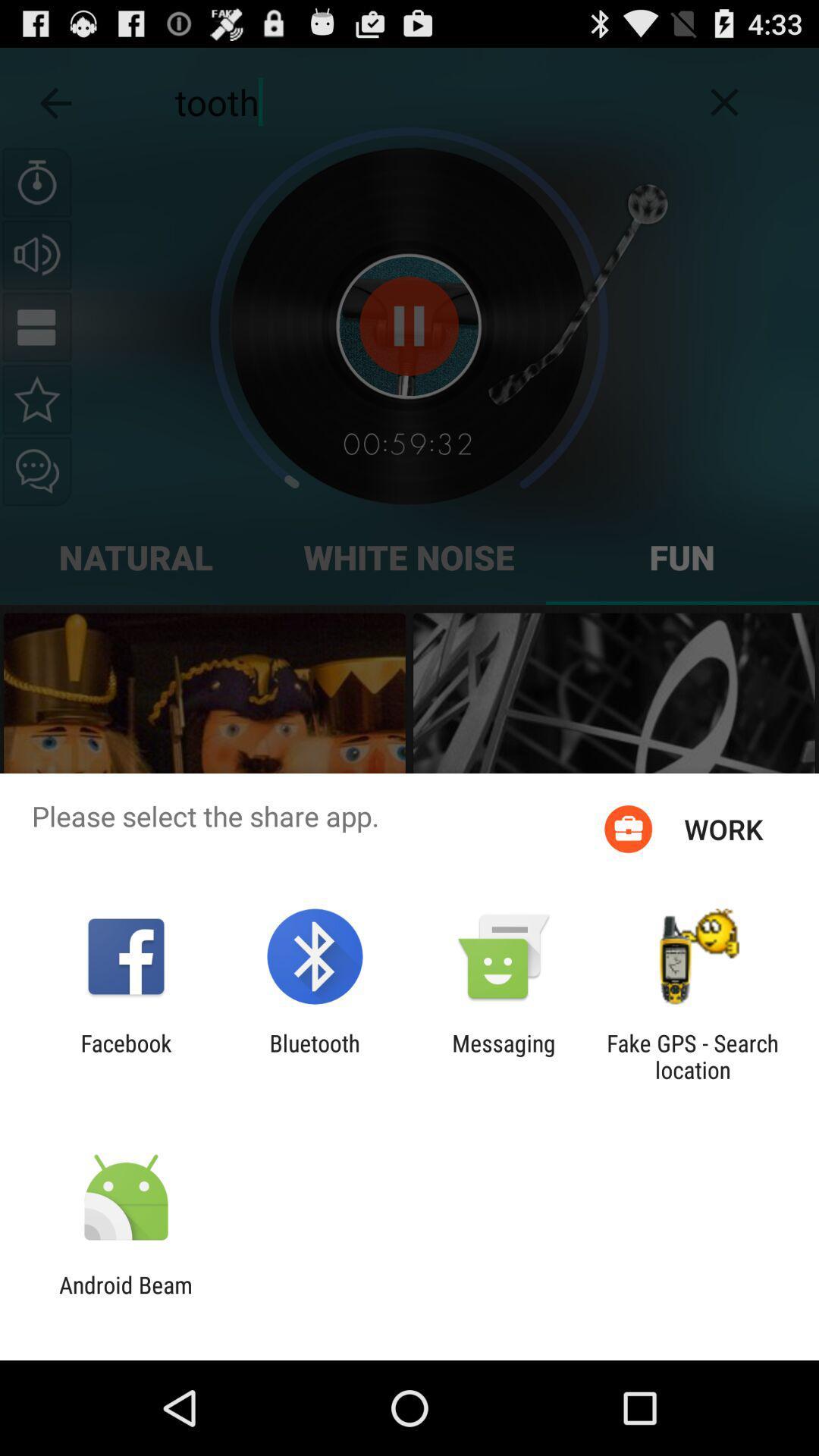 The image size is (819, 1456). What do you see at coordinates (504, 1056) in the screenshot?
I see `messaging app` at bounding box center [504, 1056].